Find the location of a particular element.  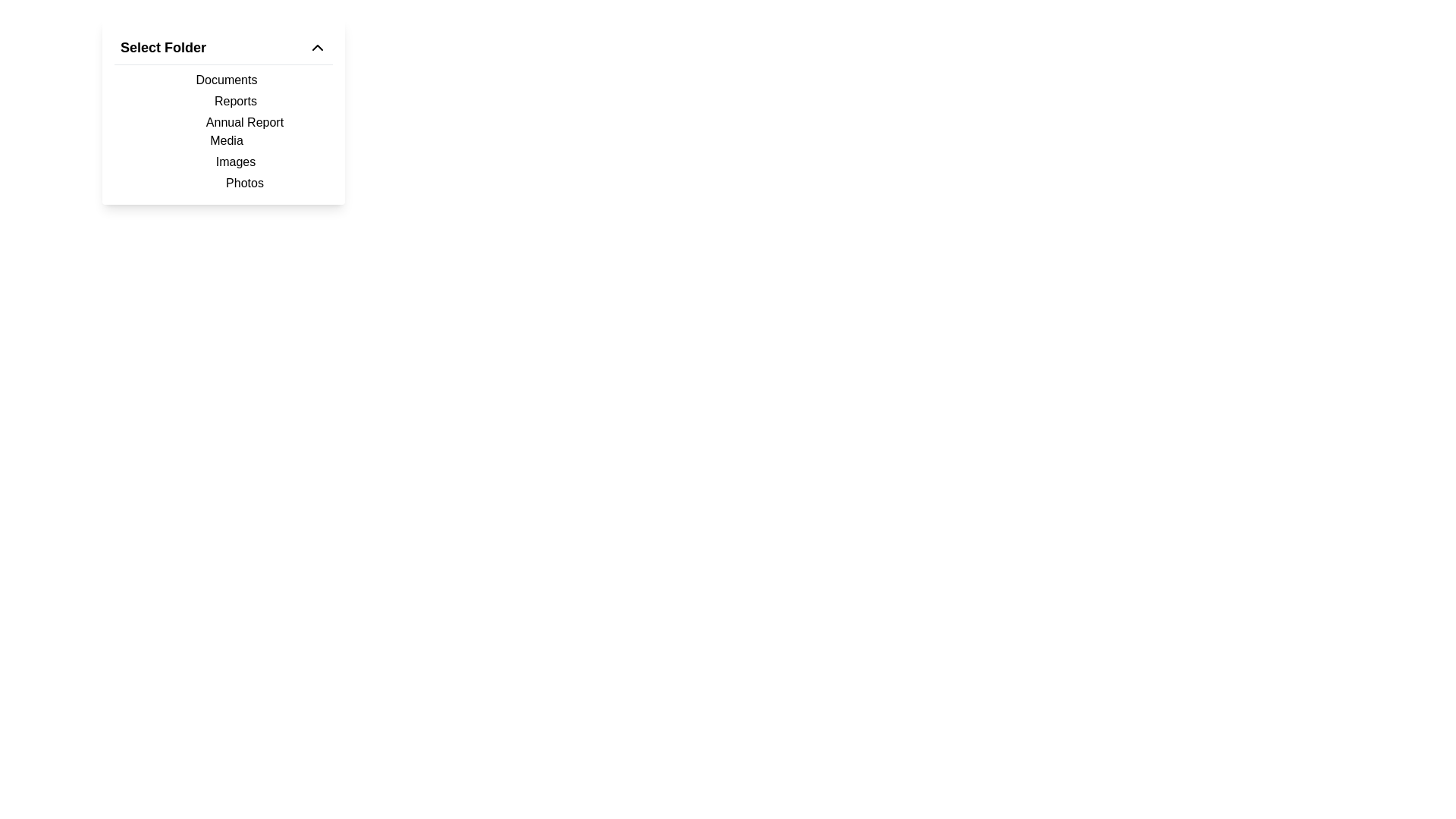

the List item containing 'Images' above and 'Photos' below in the Select Folder dropdown menu is located at coordinates (232, 171).